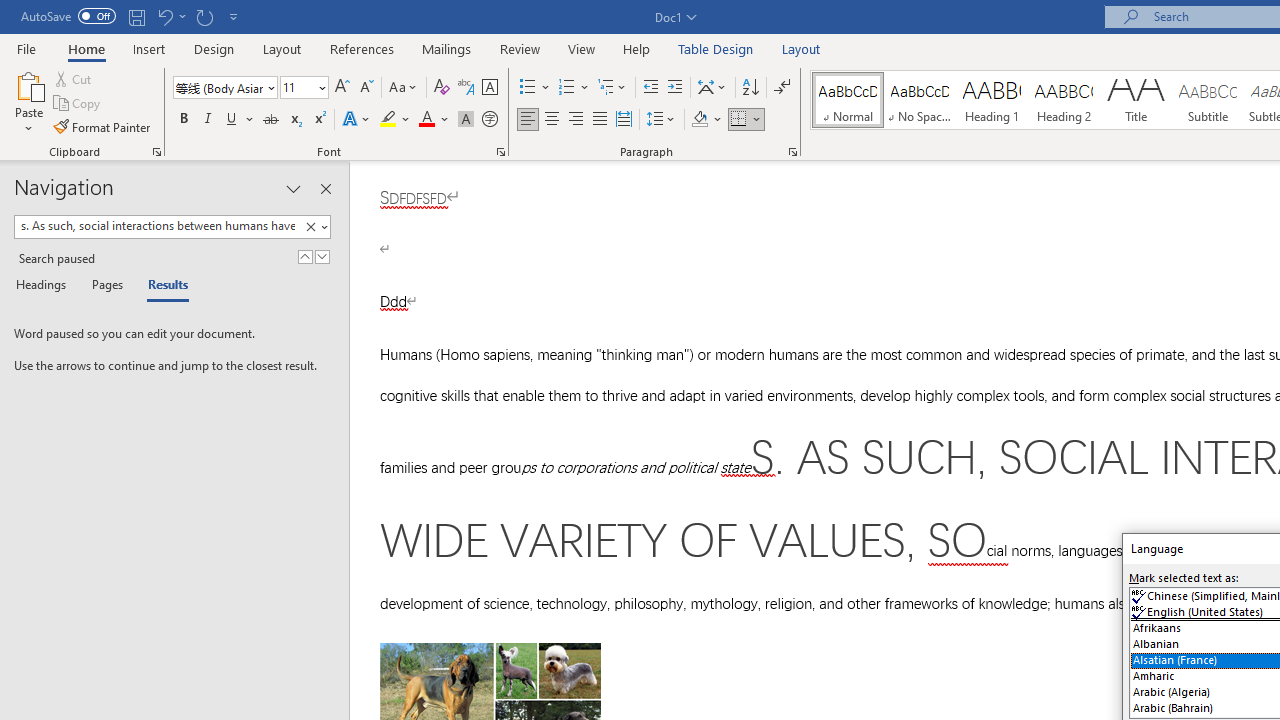 The image size is (1280, 720). Describe the element at coordinates (135, 16) in the screenshot. I see `'Save'` at that location.